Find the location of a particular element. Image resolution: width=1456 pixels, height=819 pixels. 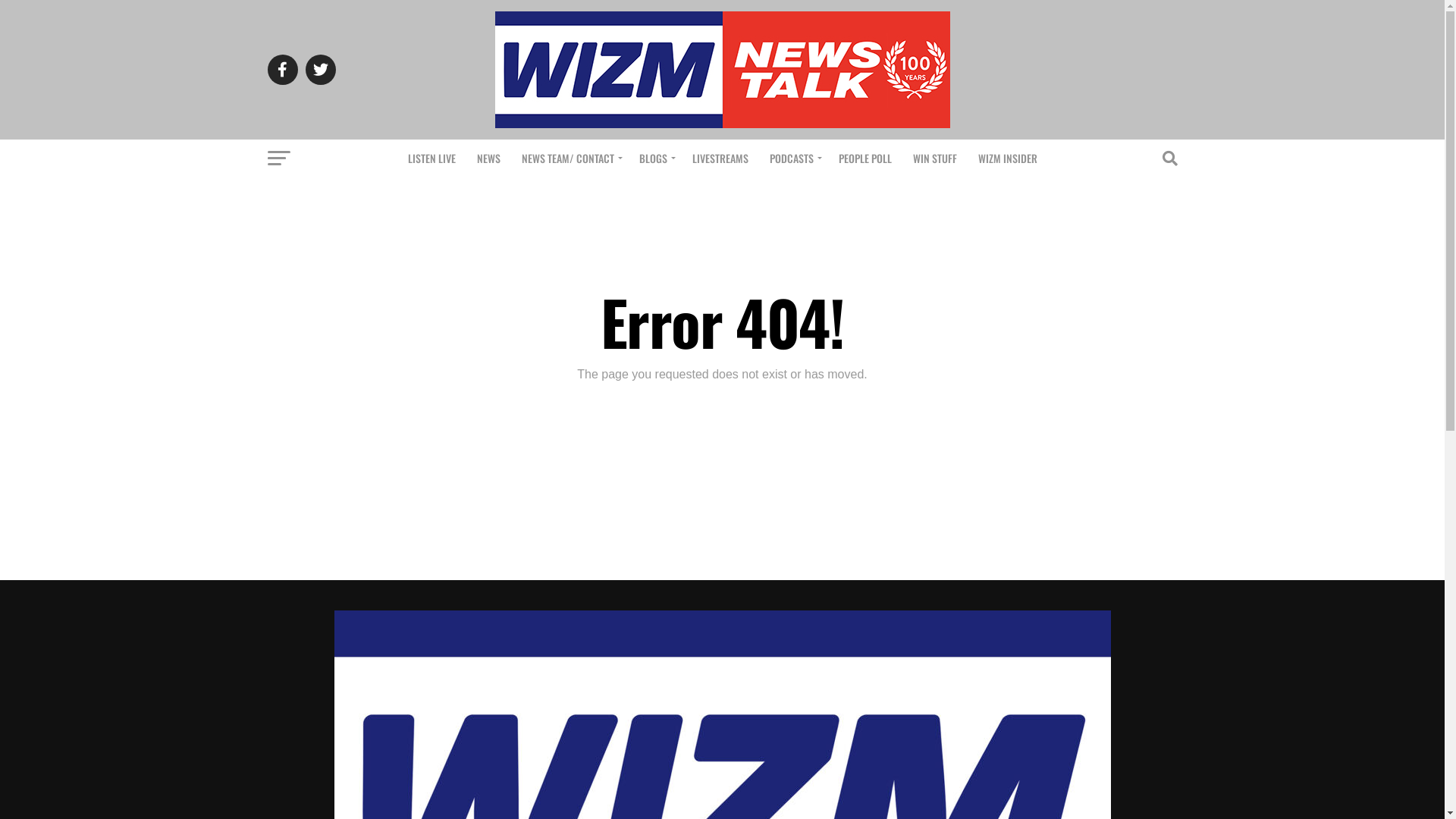

'WIN STUFF' is located at coordinates (934, 158).